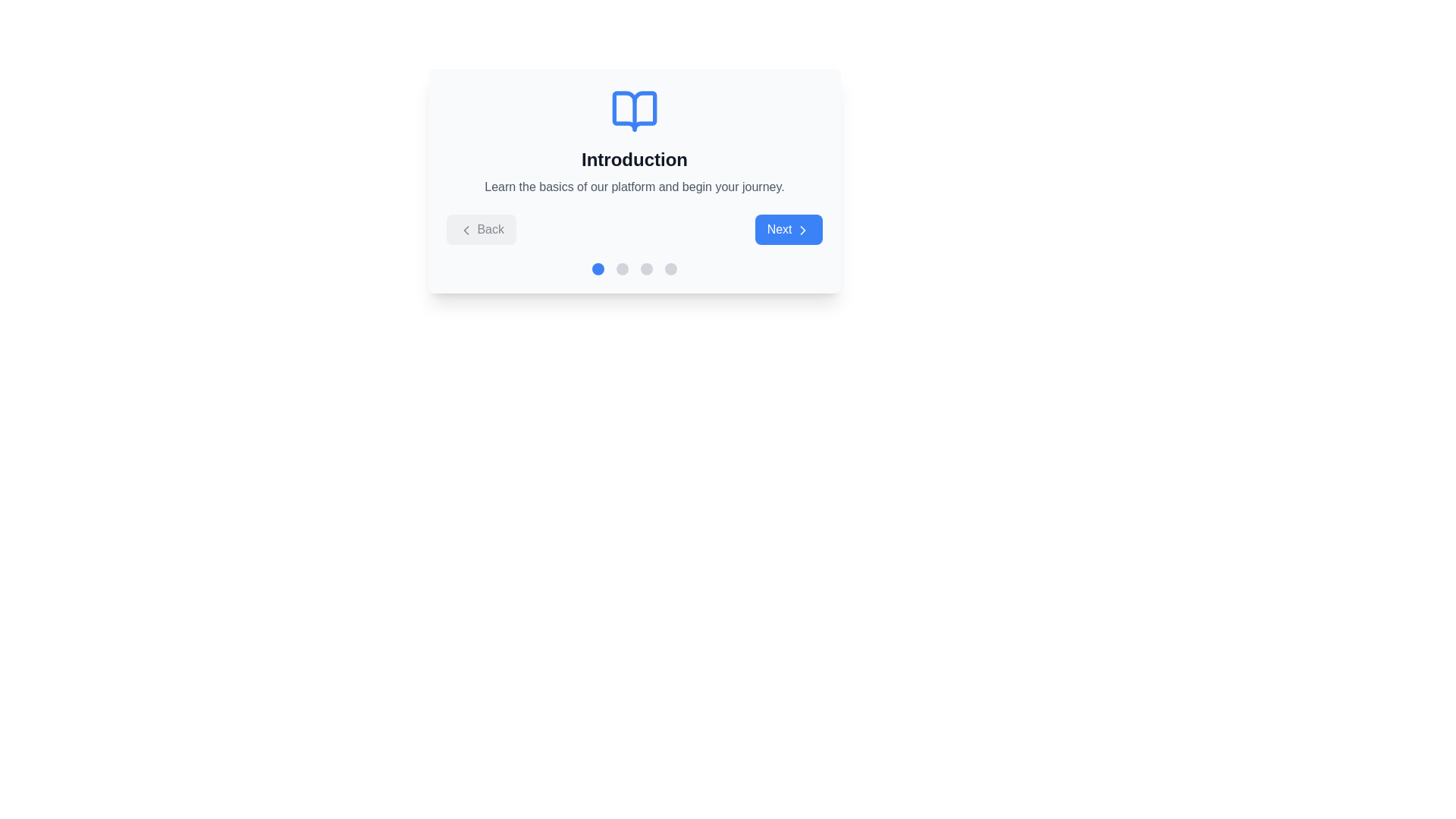 The height and width of the screenshot is (819, 1456). What do you see at coordinates (465, 230) in the screenshot?
I see `the leftward-pointing arrow icon within the 'Back' button` at bounding box center [465, 230].